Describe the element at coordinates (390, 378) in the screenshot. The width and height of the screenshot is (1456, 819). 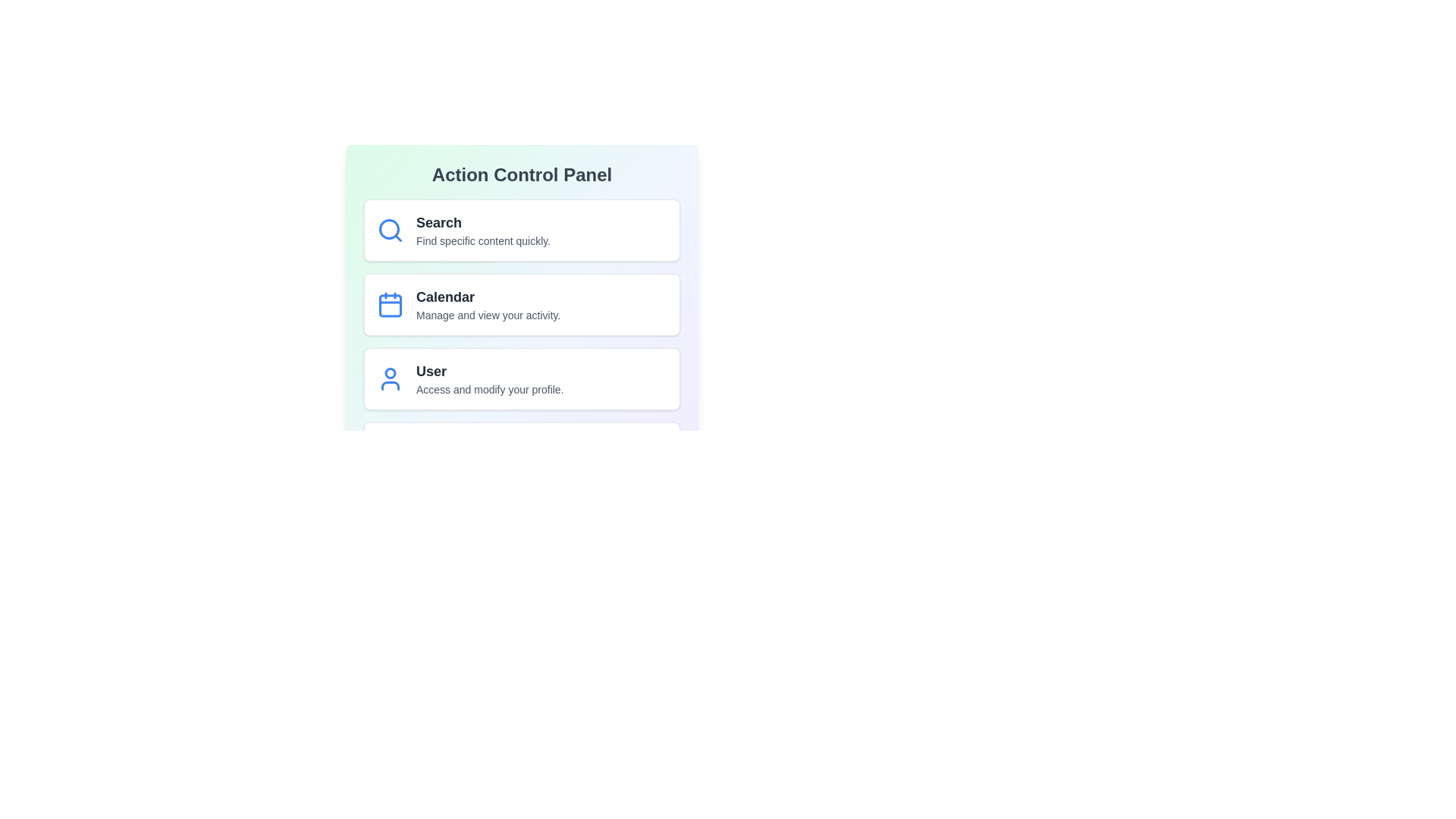
I see `the blue user icon, which is a circular head atop a torso within the 'User' section of the 'Action Control Panel', positioned to the left of the 'User' text` at that location.